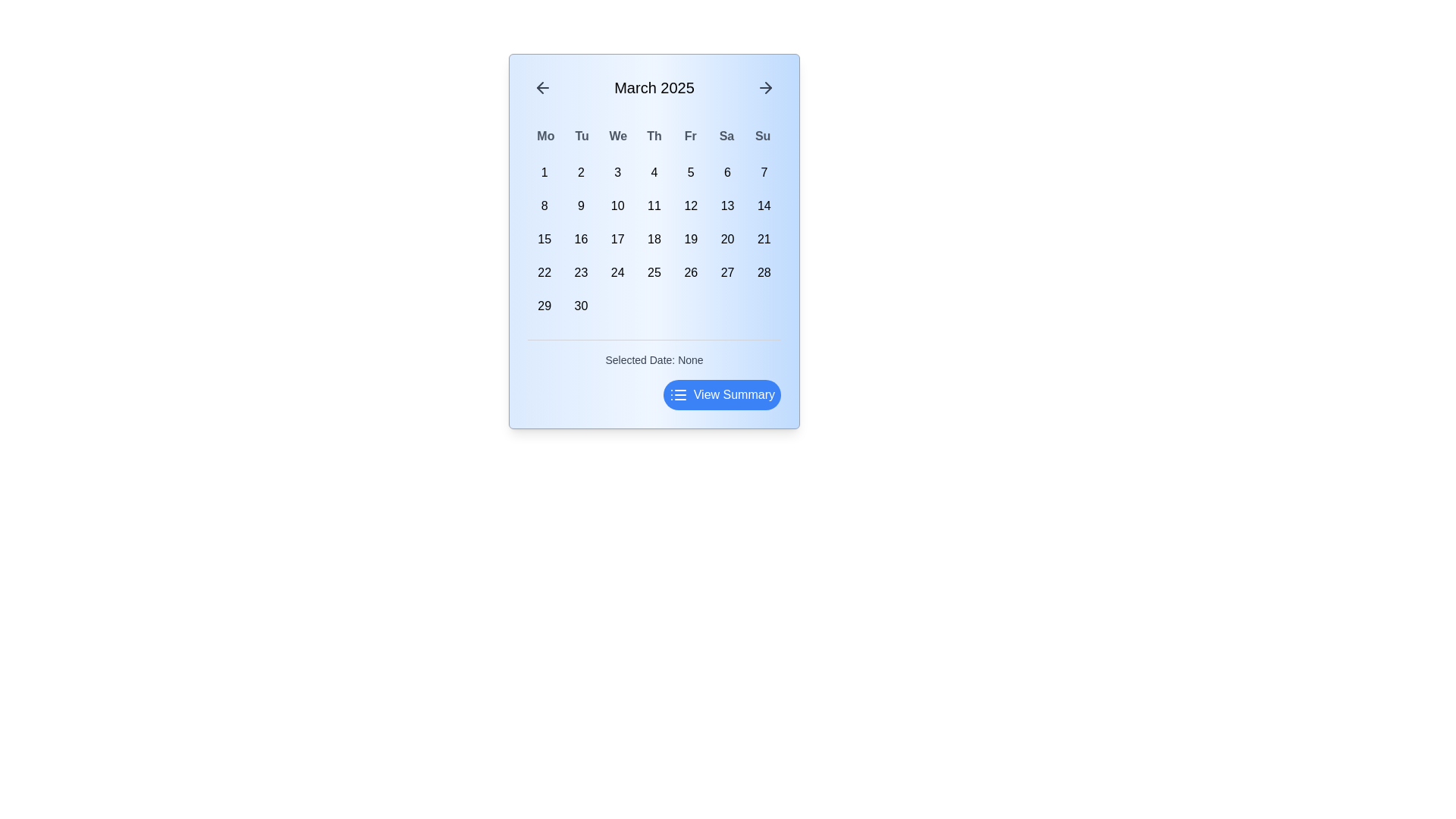 This screenshot has height=819, width=1456. I want to click on the selectable date button for March 9, 2025, in the calendar interface, so click(580, 206).